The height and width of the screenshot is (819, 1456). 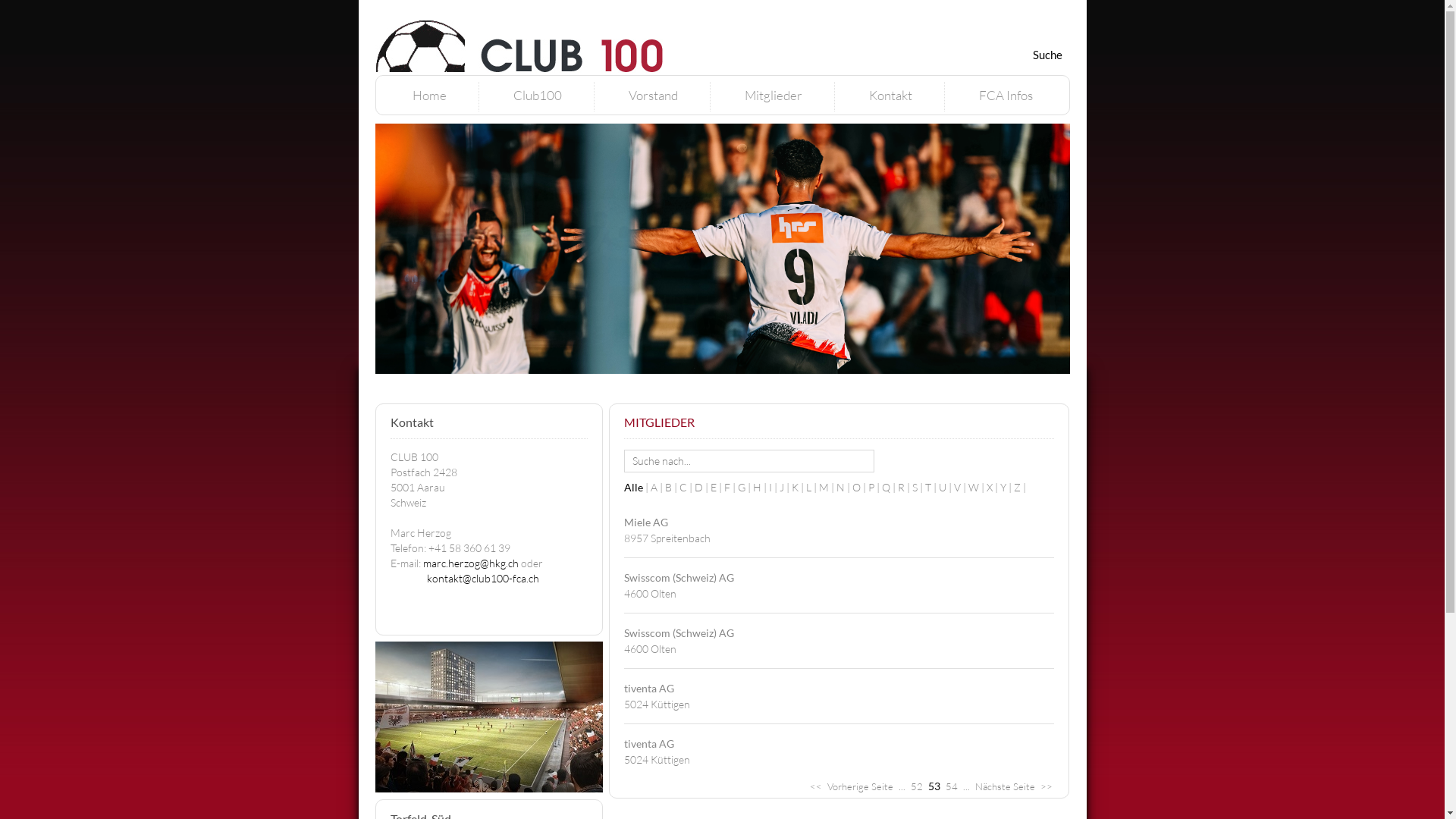 What do you see at coordinates (960, 487) in the screenshot?
I see `'V'` at bounding box center [960, 487].